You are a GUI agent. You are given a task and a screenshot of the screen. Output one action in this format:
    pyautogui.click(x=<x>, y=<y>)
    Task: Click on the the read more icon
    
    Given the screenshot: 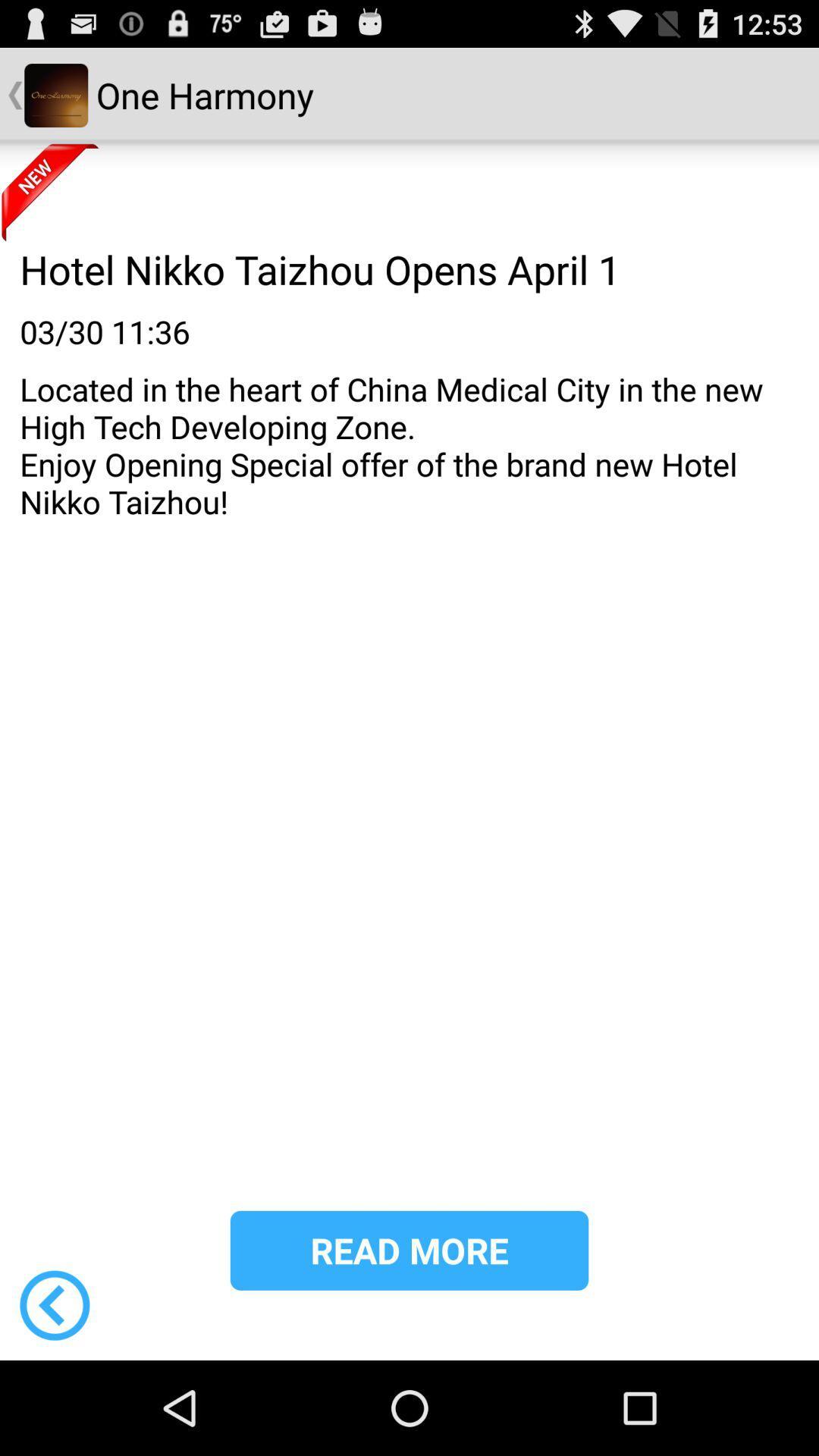 What is the action you would take?
    pyautogui.click(x=409, y=1250)
    